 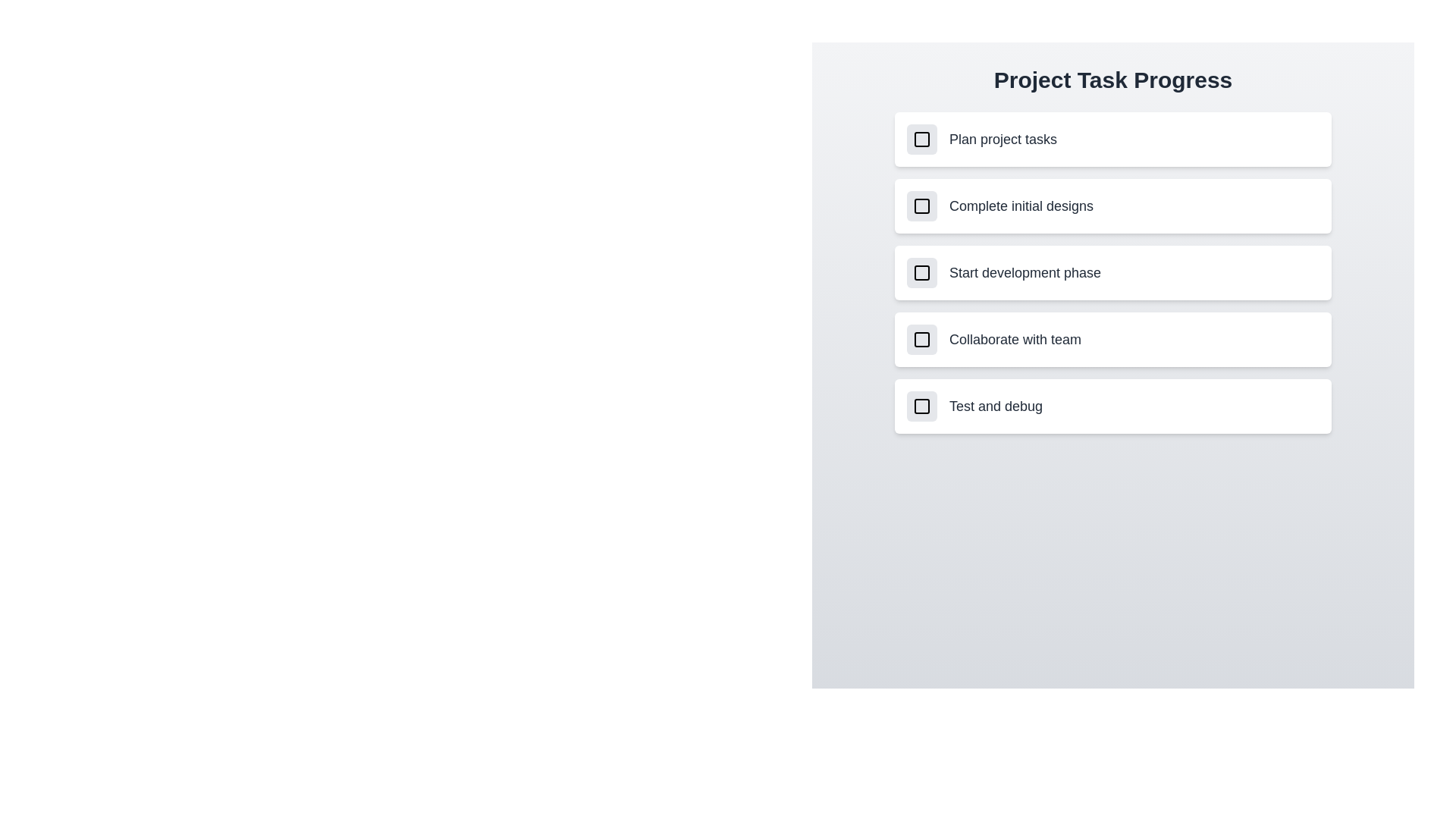 I want to click on the checkbox corresponding to the task 'Collaborate with team' to toggle its completion status, so click(x=921, y=338).